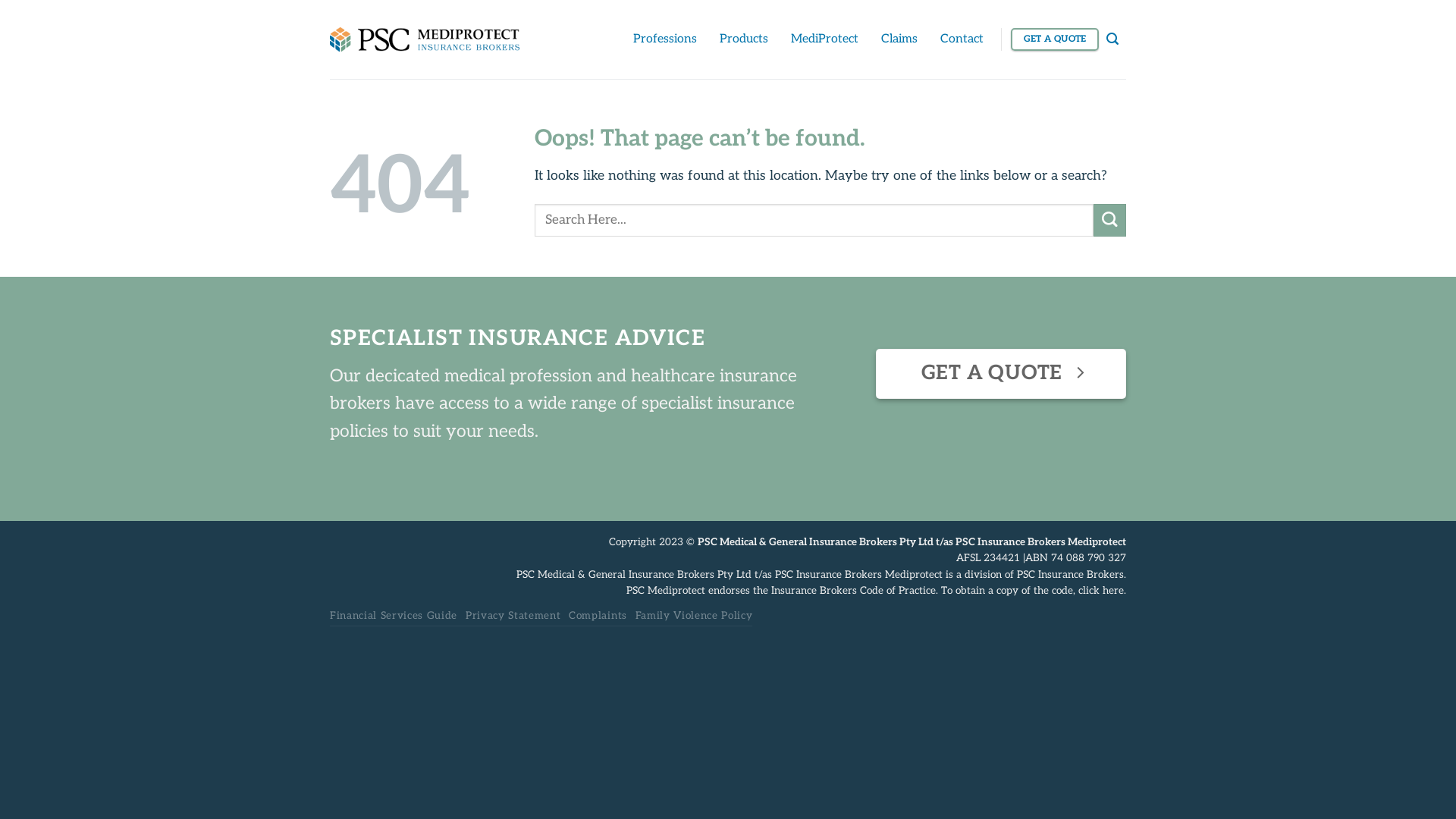  I want to click on 'Claims', so click(880, 38).